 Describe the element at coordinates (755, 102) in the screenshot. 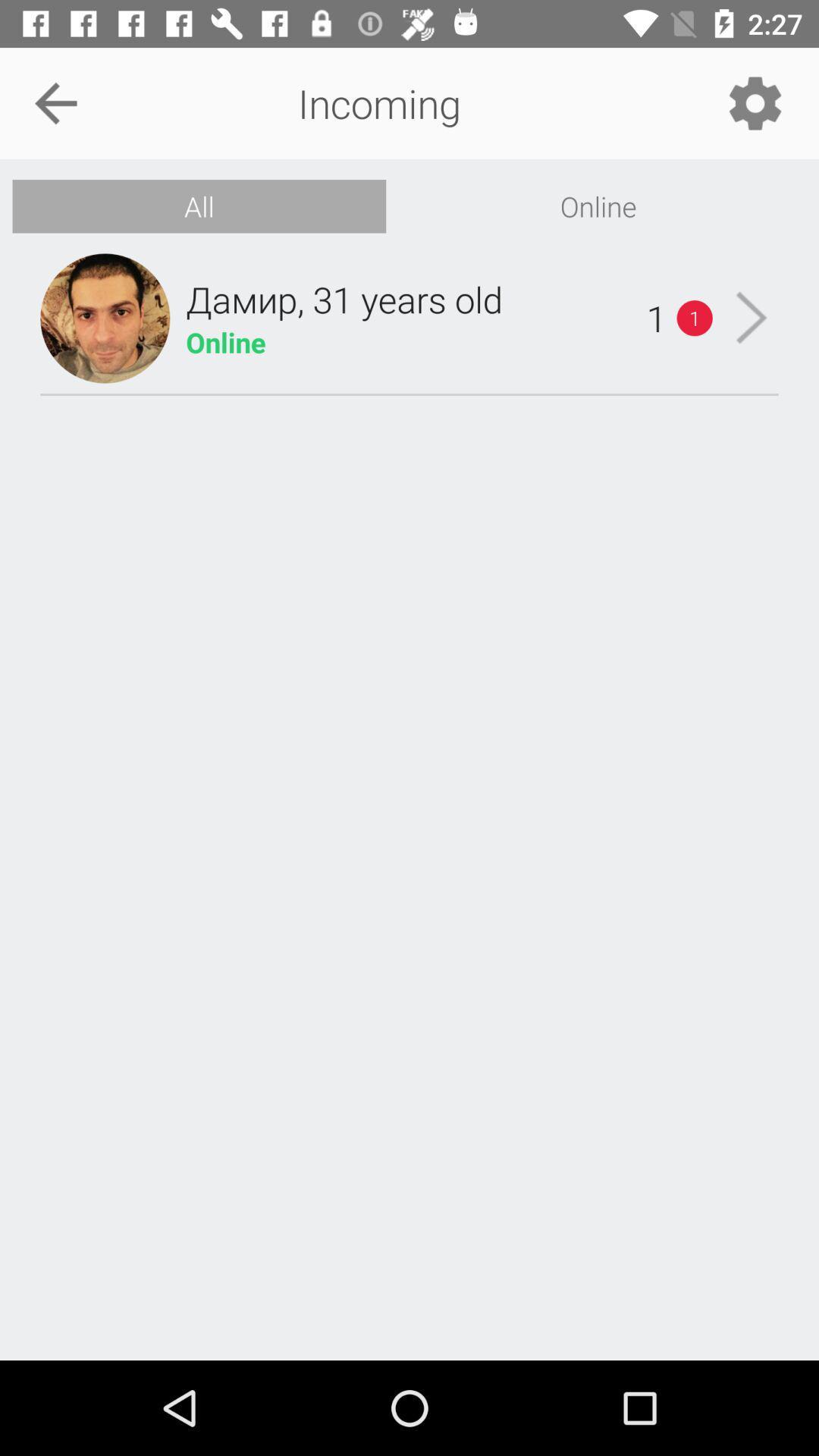

I see `item above the online` at that location.